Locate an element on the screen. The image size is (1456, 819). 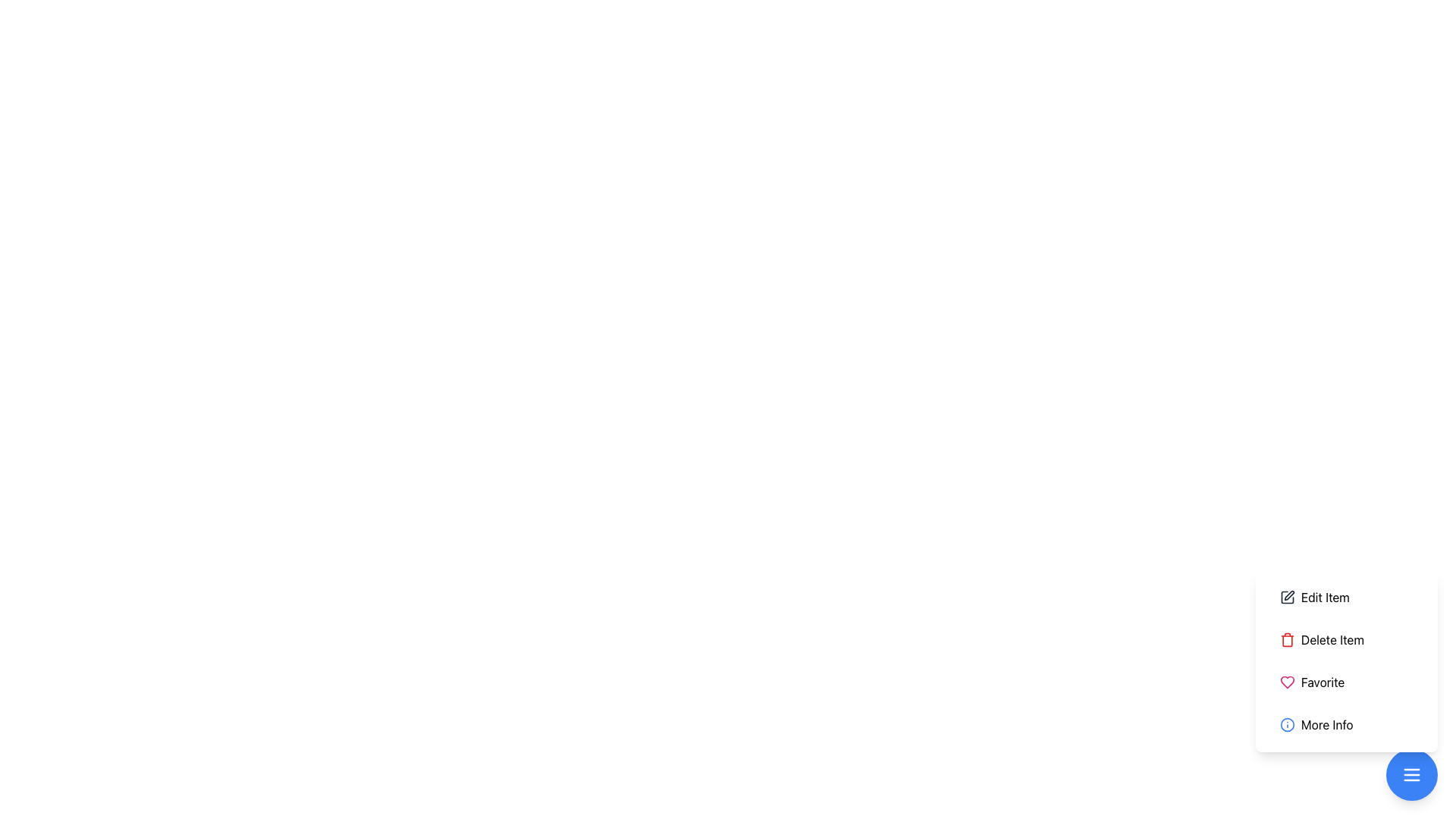
the third Text Label in the dropdown menu that signifies favoriting an item is located at coordinates (1322, 681).